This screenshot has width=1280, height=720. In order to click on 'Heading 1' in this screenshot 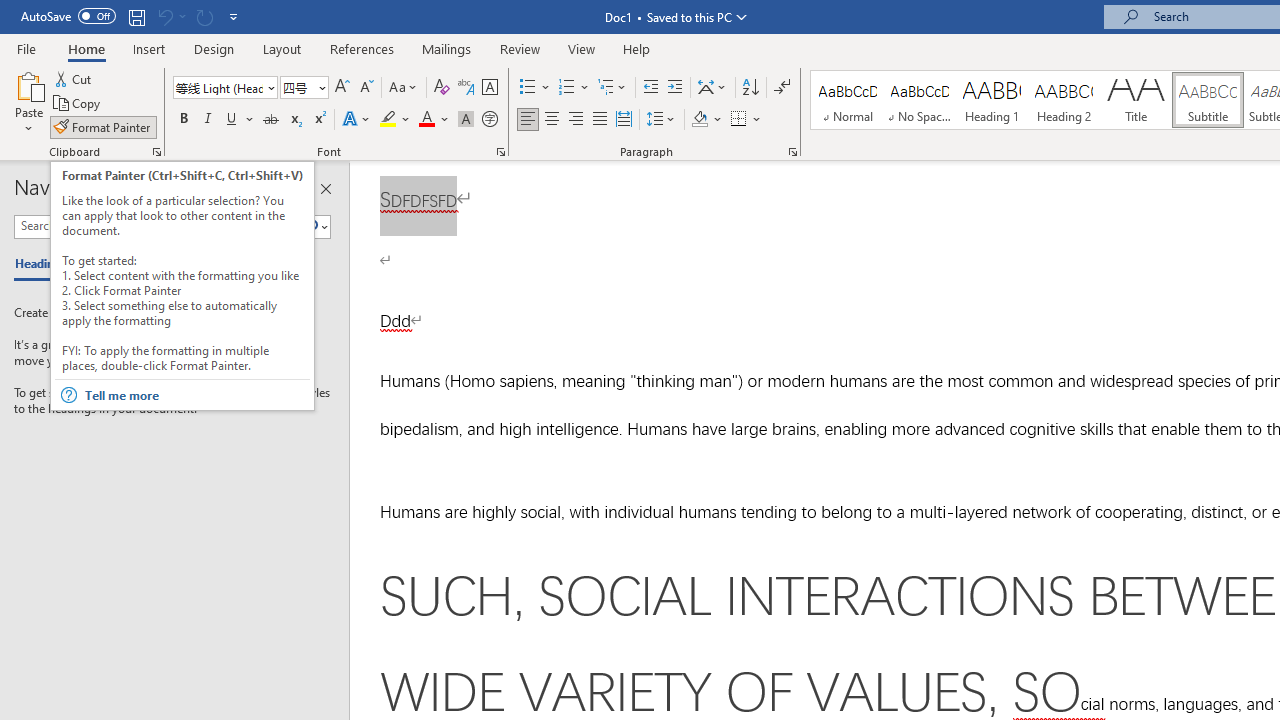, I will do `click(992, 100)`.